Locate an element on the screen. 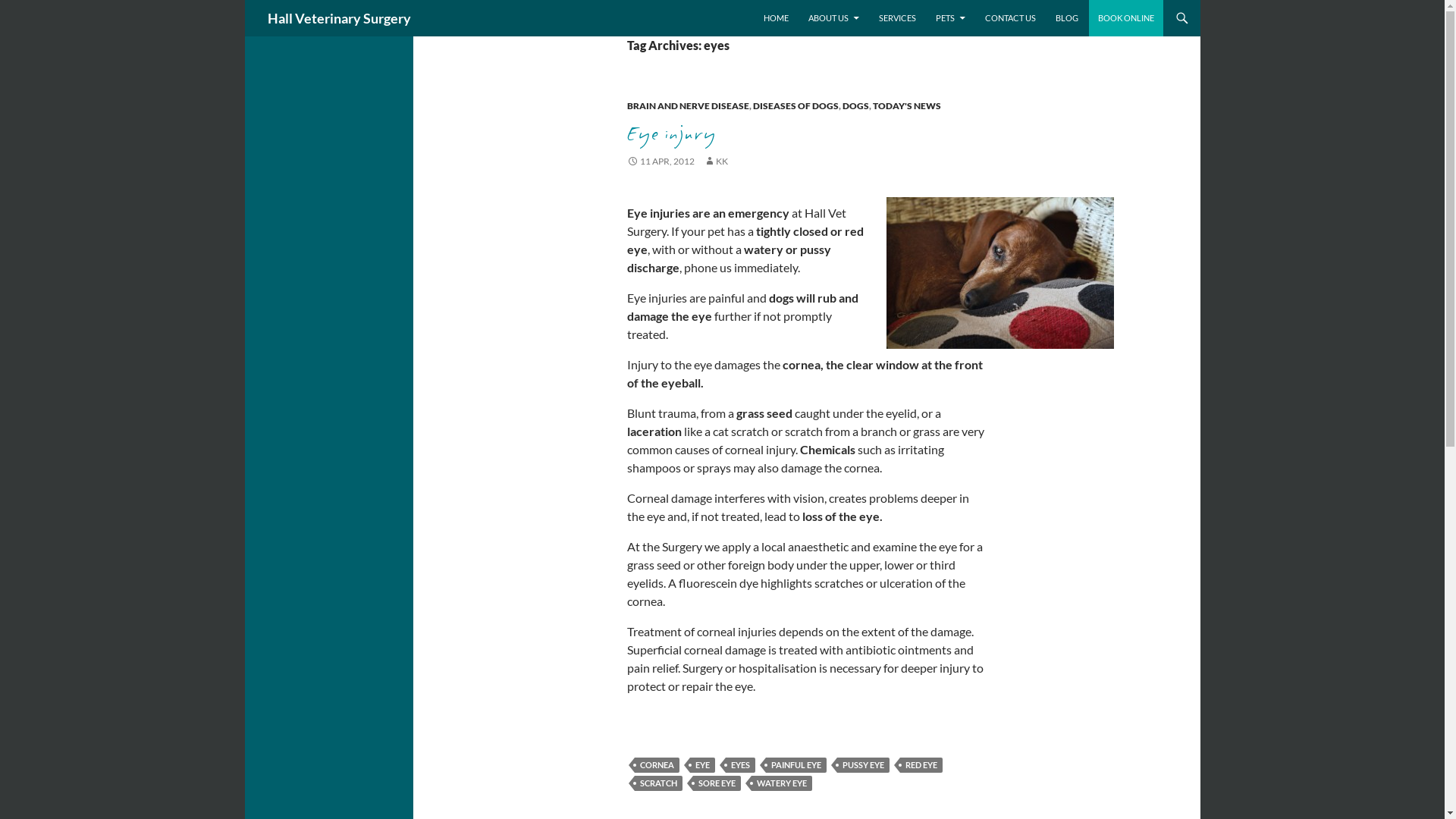  'CONTACT US' is located at coordinates (1009, 17).